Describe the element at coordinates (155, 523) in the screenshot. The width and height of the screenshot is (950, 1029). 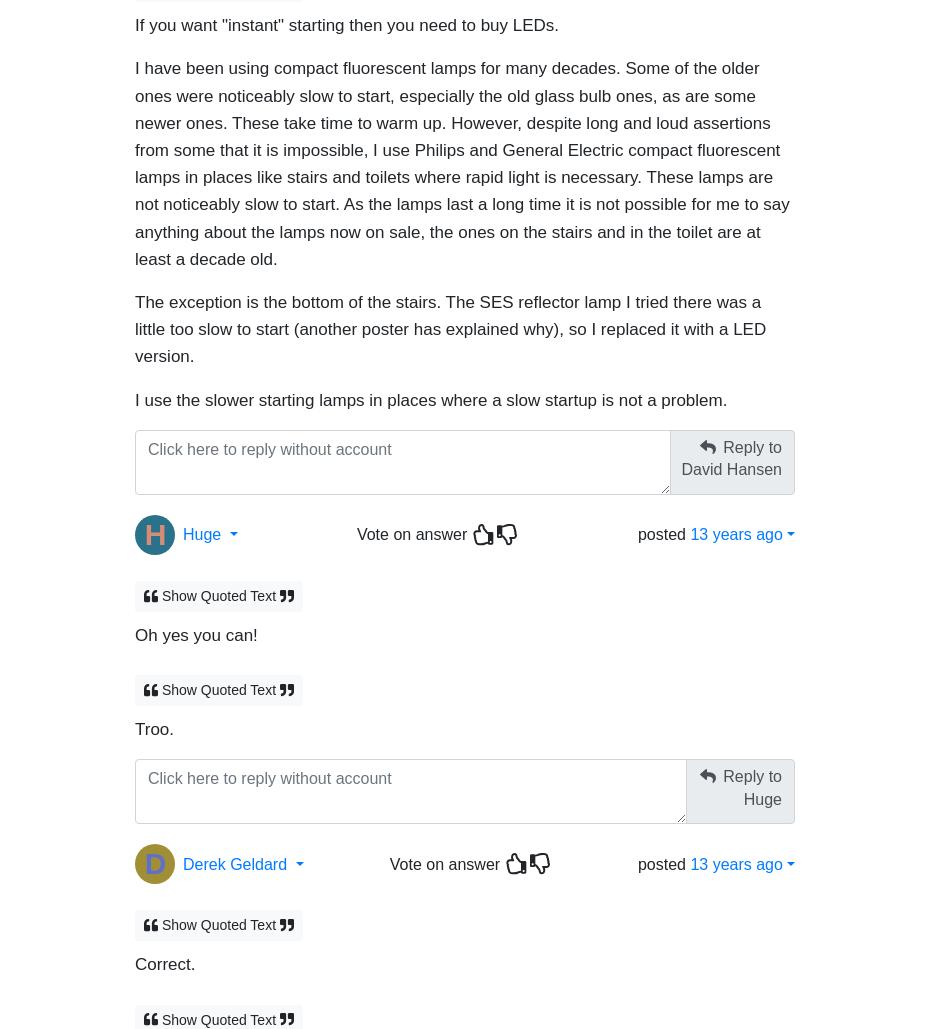
I see `'H'` at that location.